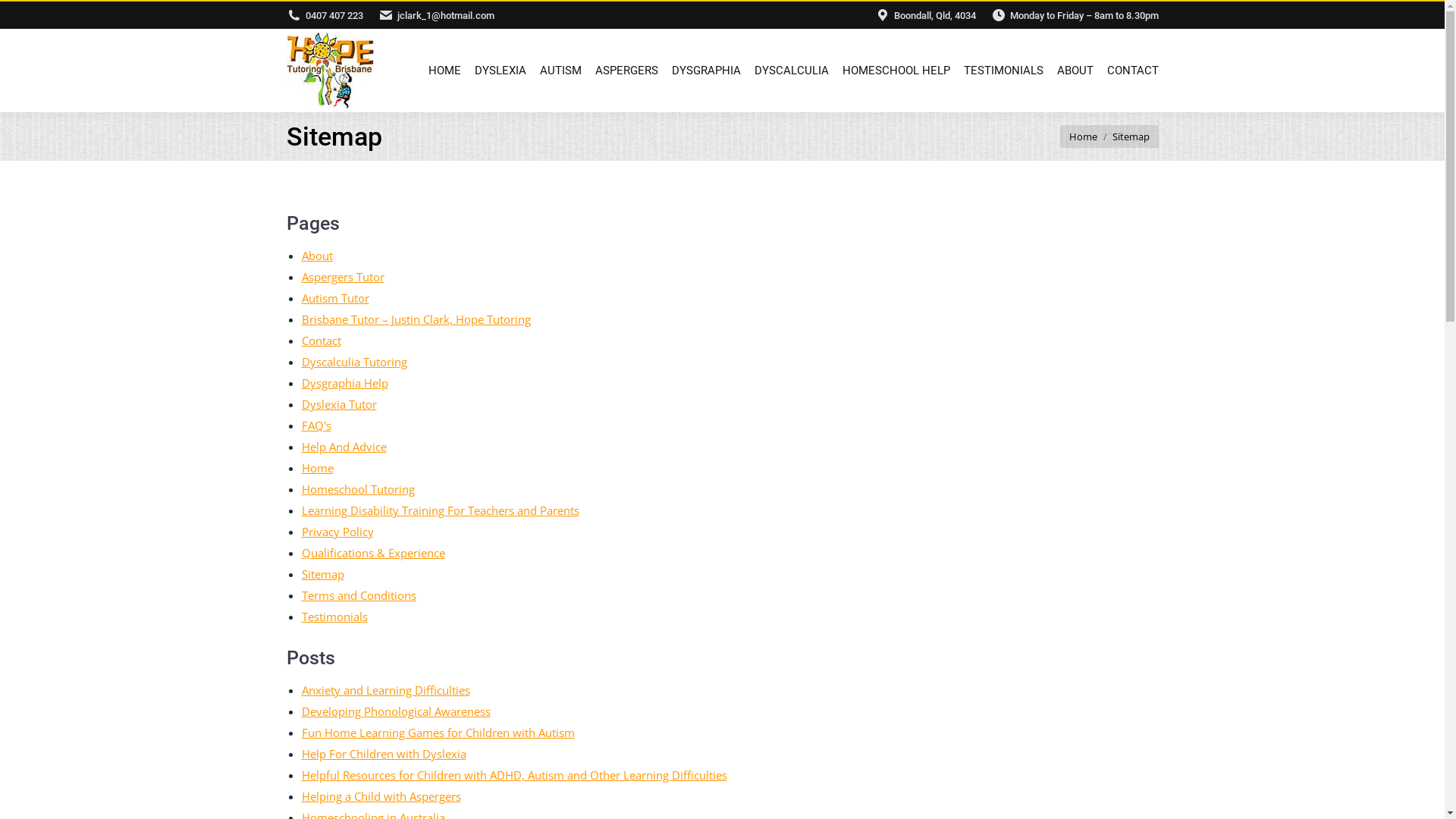 This screenshot has width=1456, height=819. What do you see at coordinates (302, 595) in the screenshot?
I see `'Terms and Conditions'` at bounding box center [302, 595].